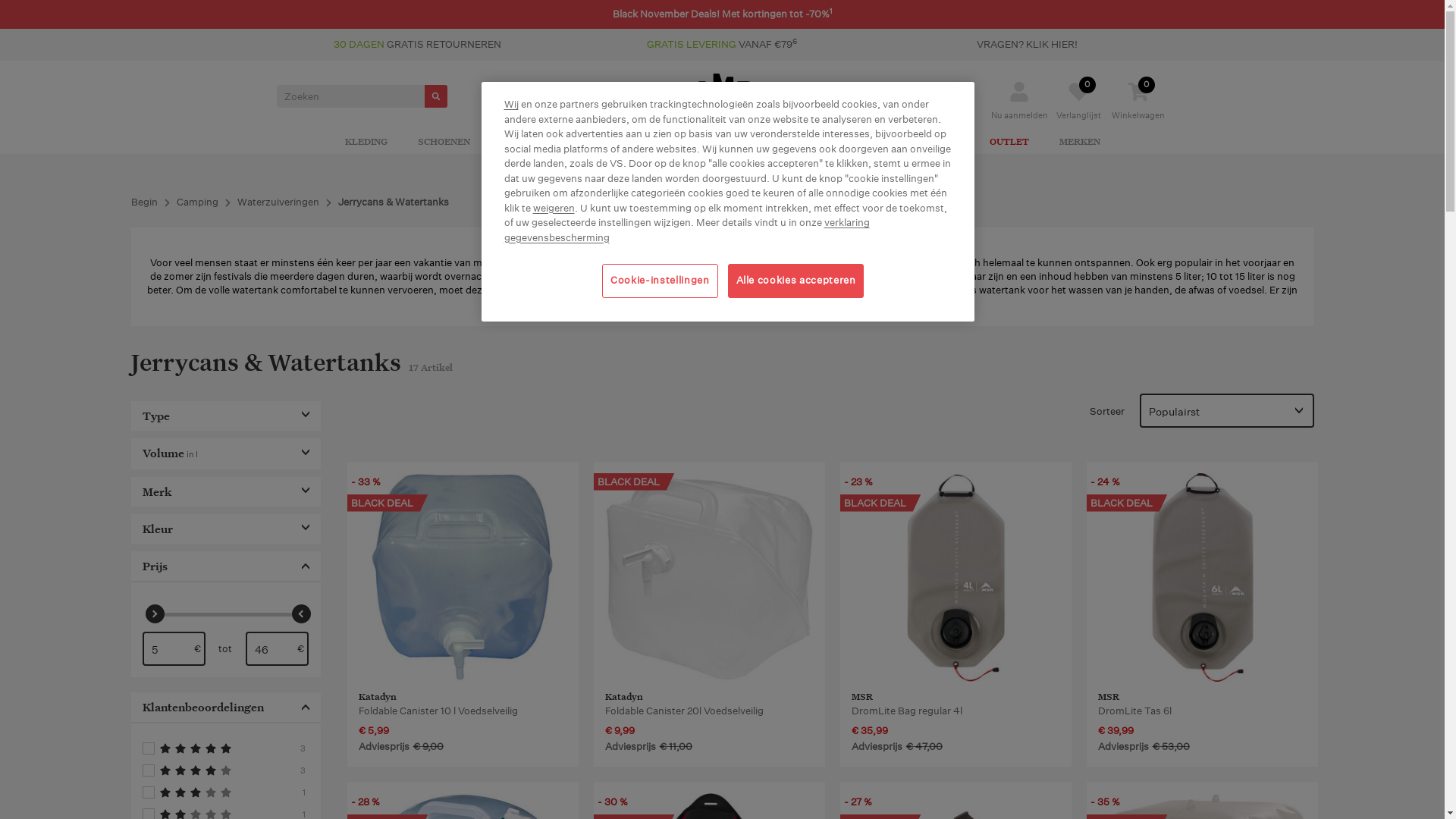  I want to click on 'MERKEN', so click(1078, 143).